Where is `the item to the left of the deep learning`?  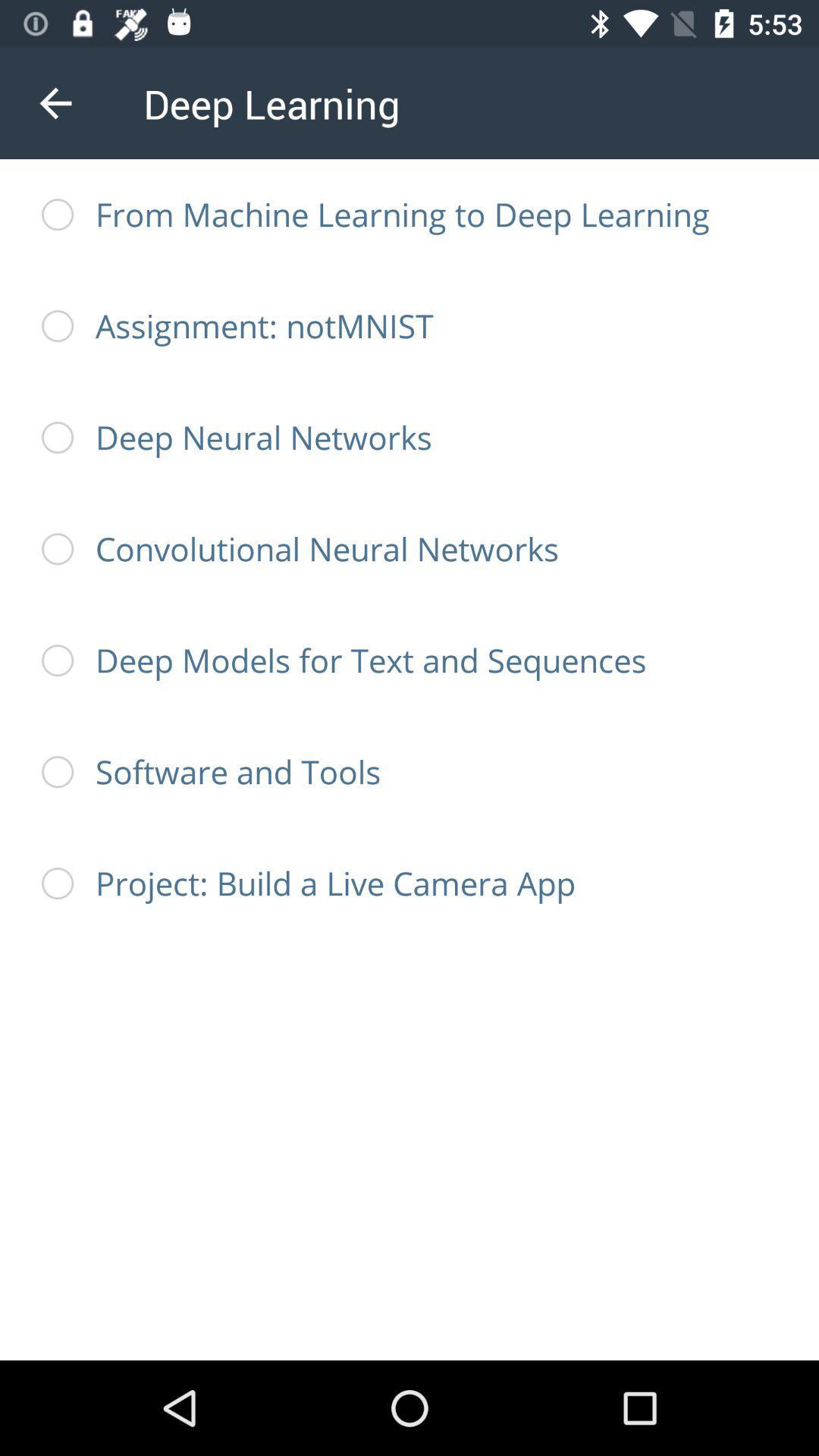 the item to the left of the deep learning is located at coordinates (55, 102).